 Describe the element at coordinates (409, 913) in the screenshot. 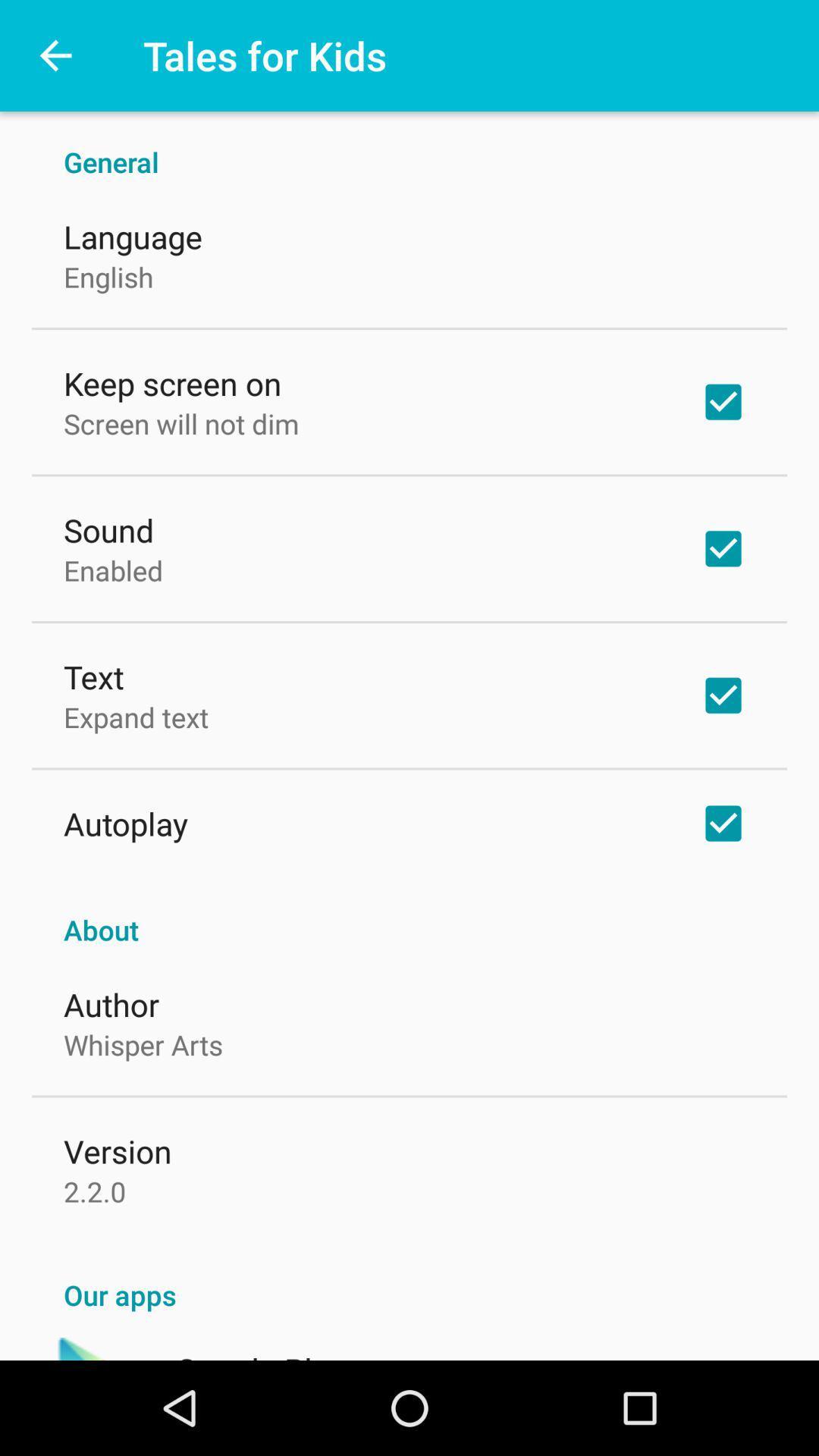

I see `the item at the center` at that location.